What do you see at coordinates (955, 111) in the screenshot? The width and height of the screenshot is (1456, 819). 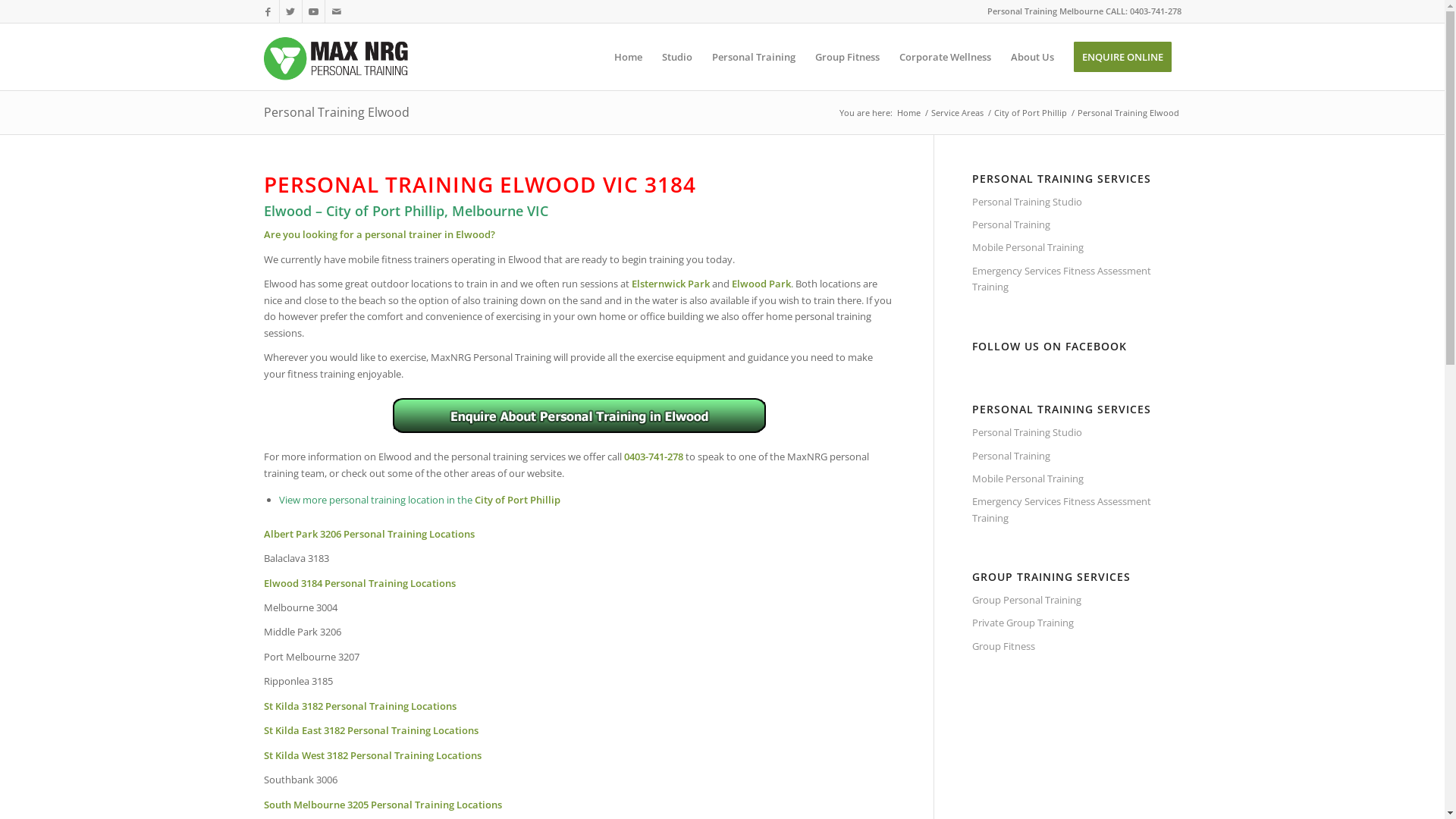 I see `'Service Areas'` at bounding box center [955, 111].